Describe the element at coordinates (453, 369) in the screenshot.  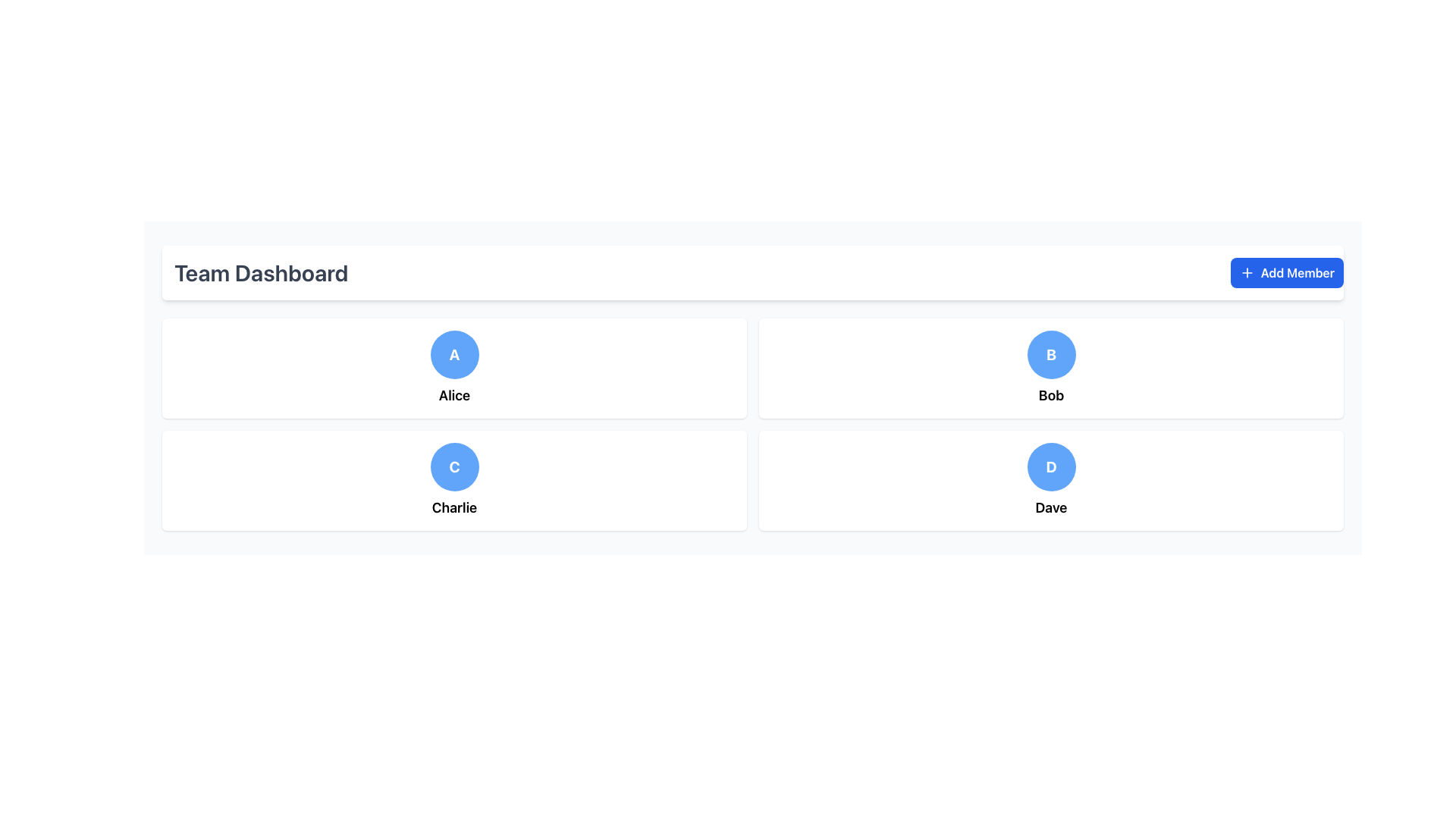
I see `the profile card for 'Alice' located in the top-left quadrant of the grid layout` at that location.